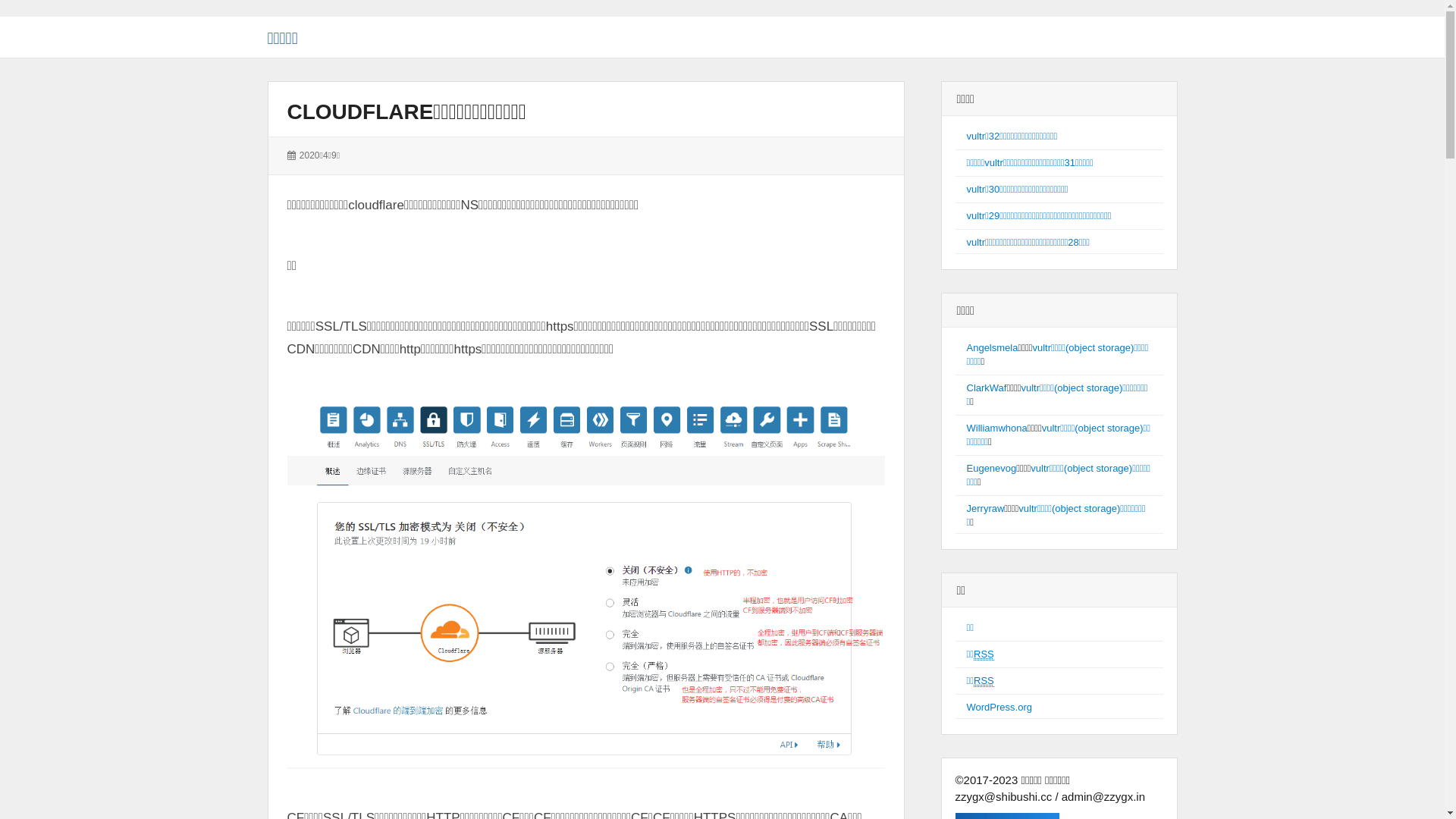  I want to click on 'Angelsmela', so click(992, 347).